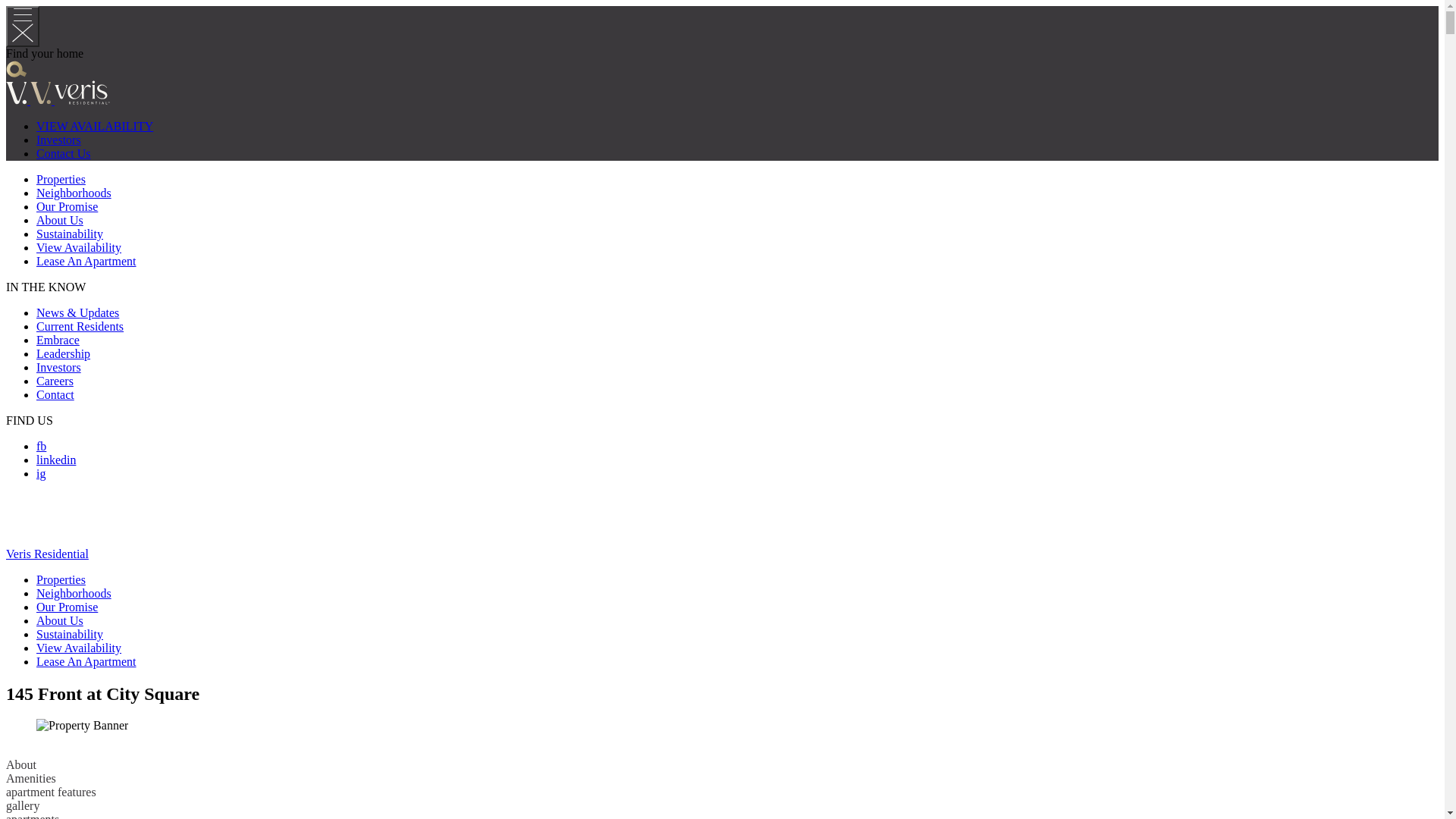  What do you see at coordinates (86, 661) in the screenshot?
I see `'Lease An Apartment'` at bounding box center [86, 661].